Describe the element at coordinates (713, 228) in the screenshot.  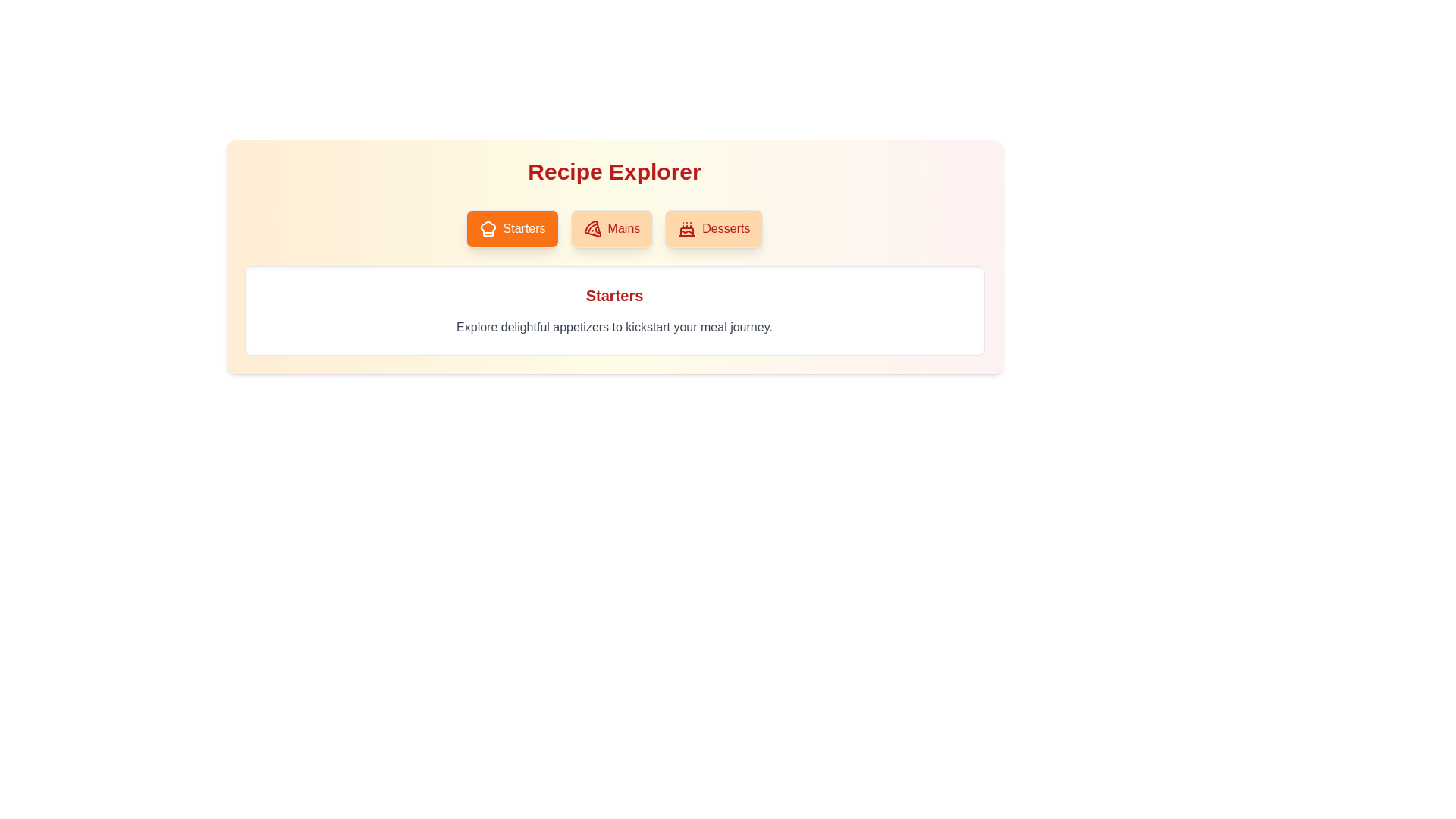
I see `the tab labeled Desserts to view its content` at that location.